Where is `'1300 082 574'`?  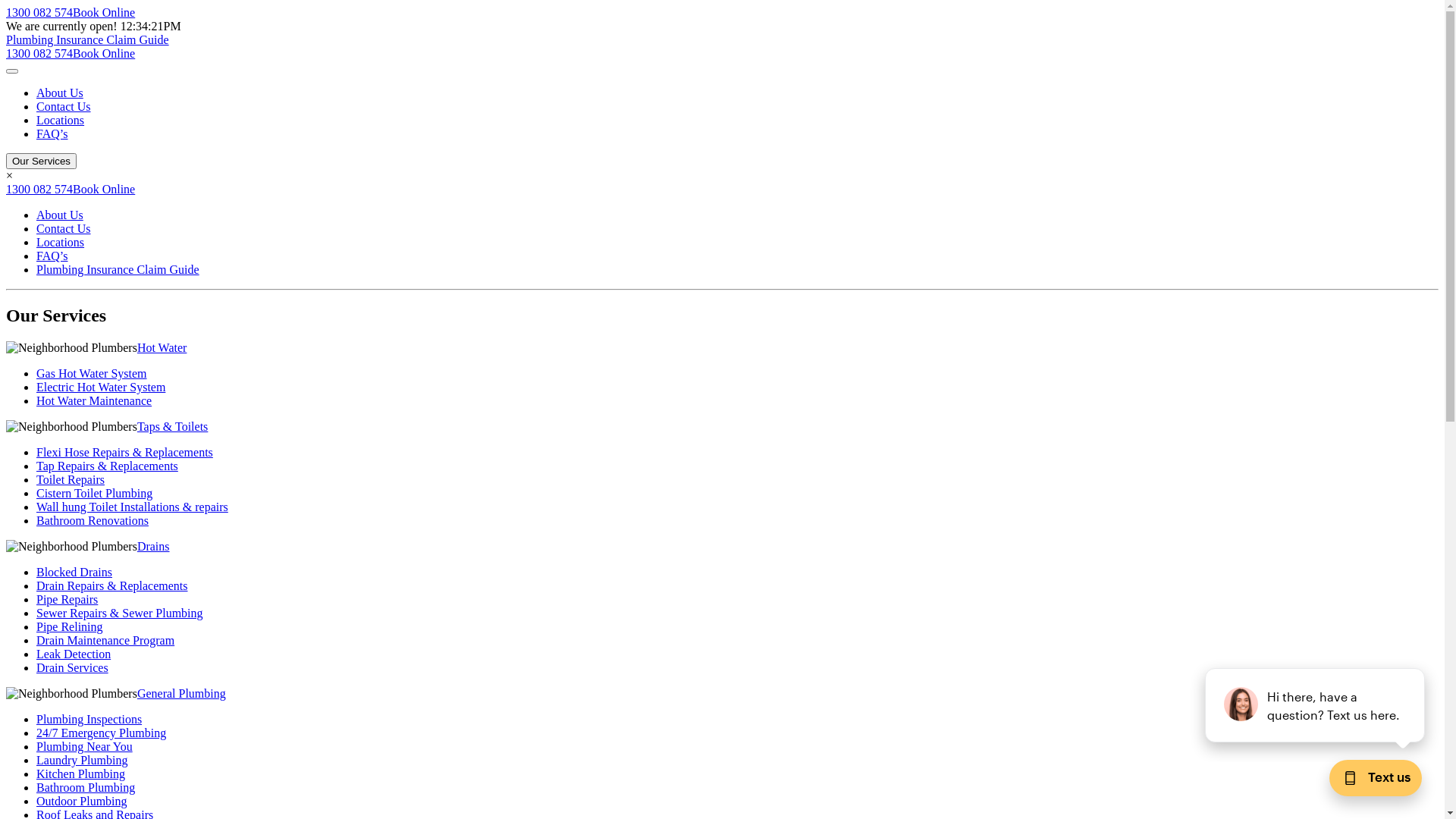 '1300 082 574' is located at coordinates (39, 12).